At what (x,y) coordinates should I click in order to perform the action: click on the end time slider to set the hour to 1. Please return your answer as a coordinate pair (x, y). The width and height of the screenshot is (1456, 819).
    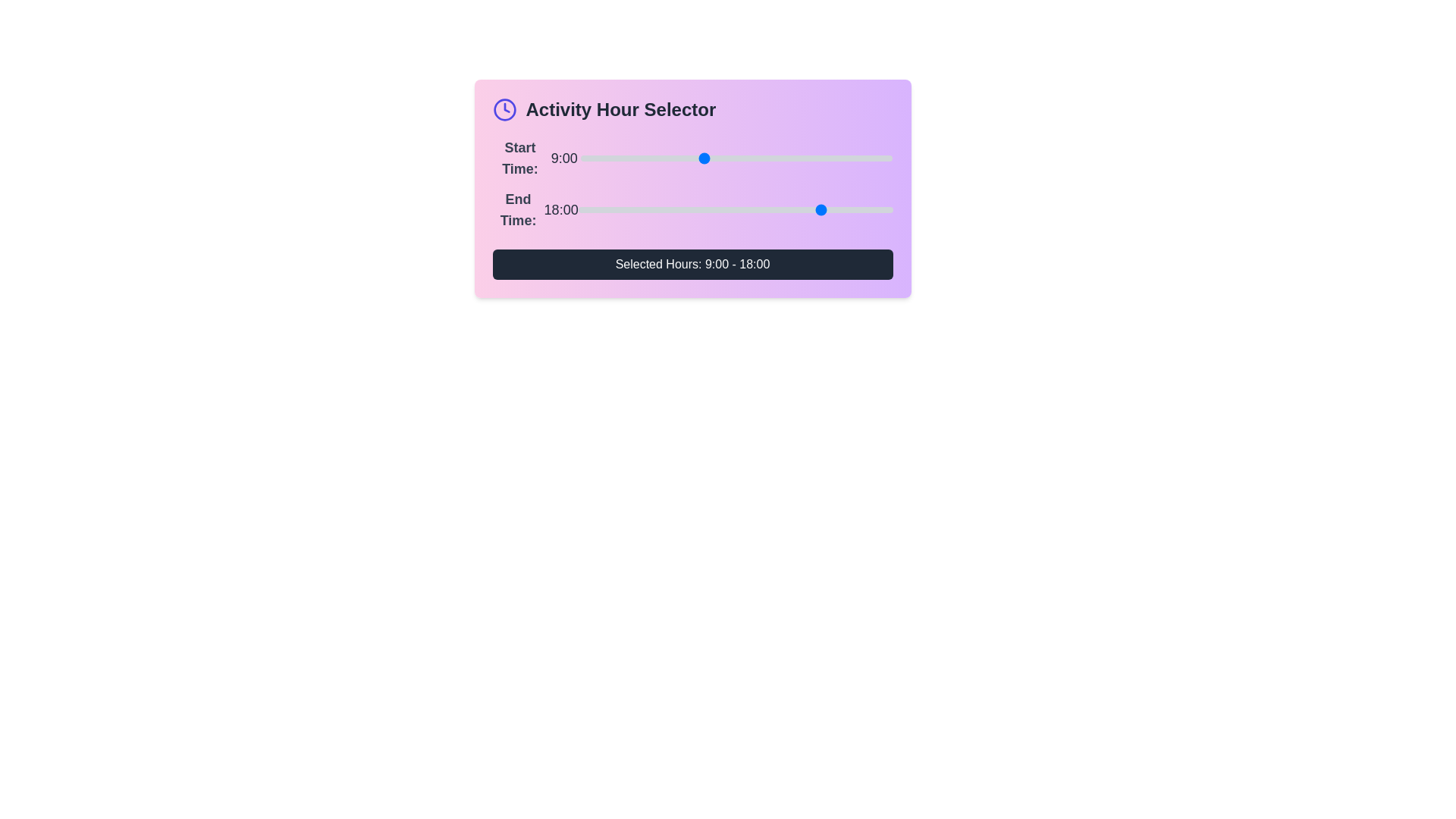
    Looking at the image, I should click on (591, 210).